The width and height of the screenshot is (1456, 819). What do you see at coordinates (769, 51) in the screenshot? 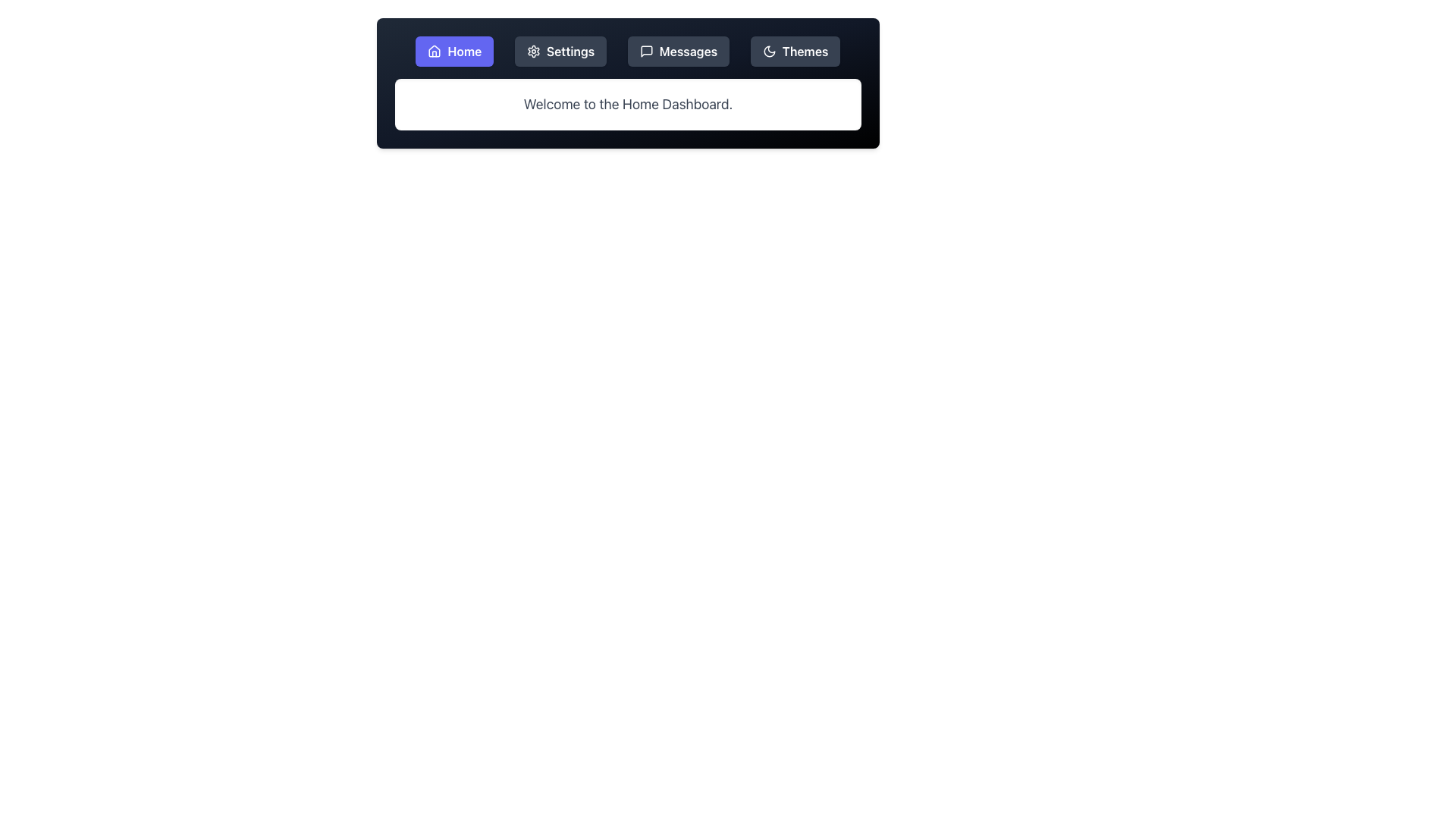
I see `the crescent moon icon in the toolbar` at bounding box center [769, 51].